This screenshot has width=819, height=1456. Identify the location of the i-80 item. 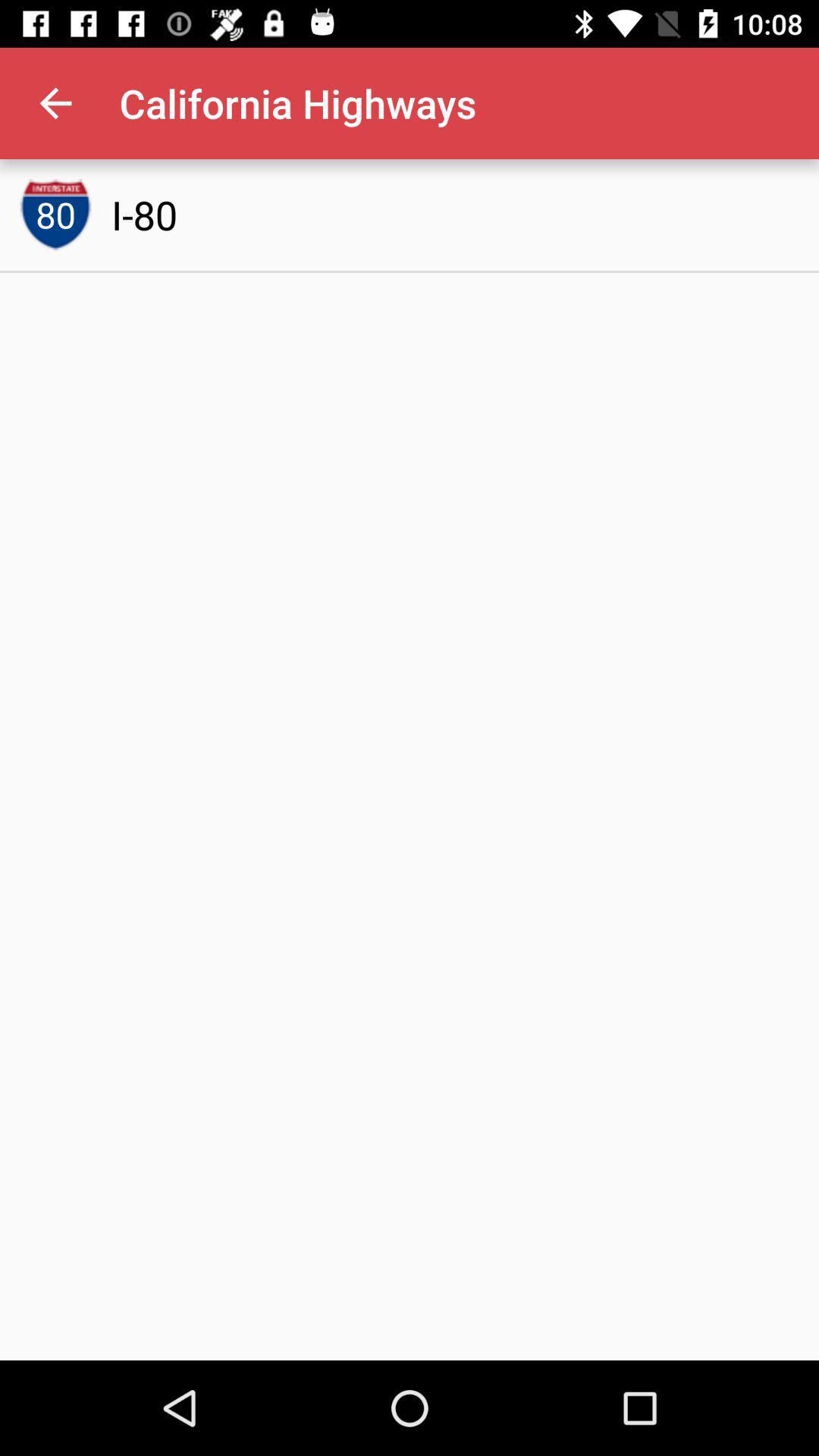
(144, 214).